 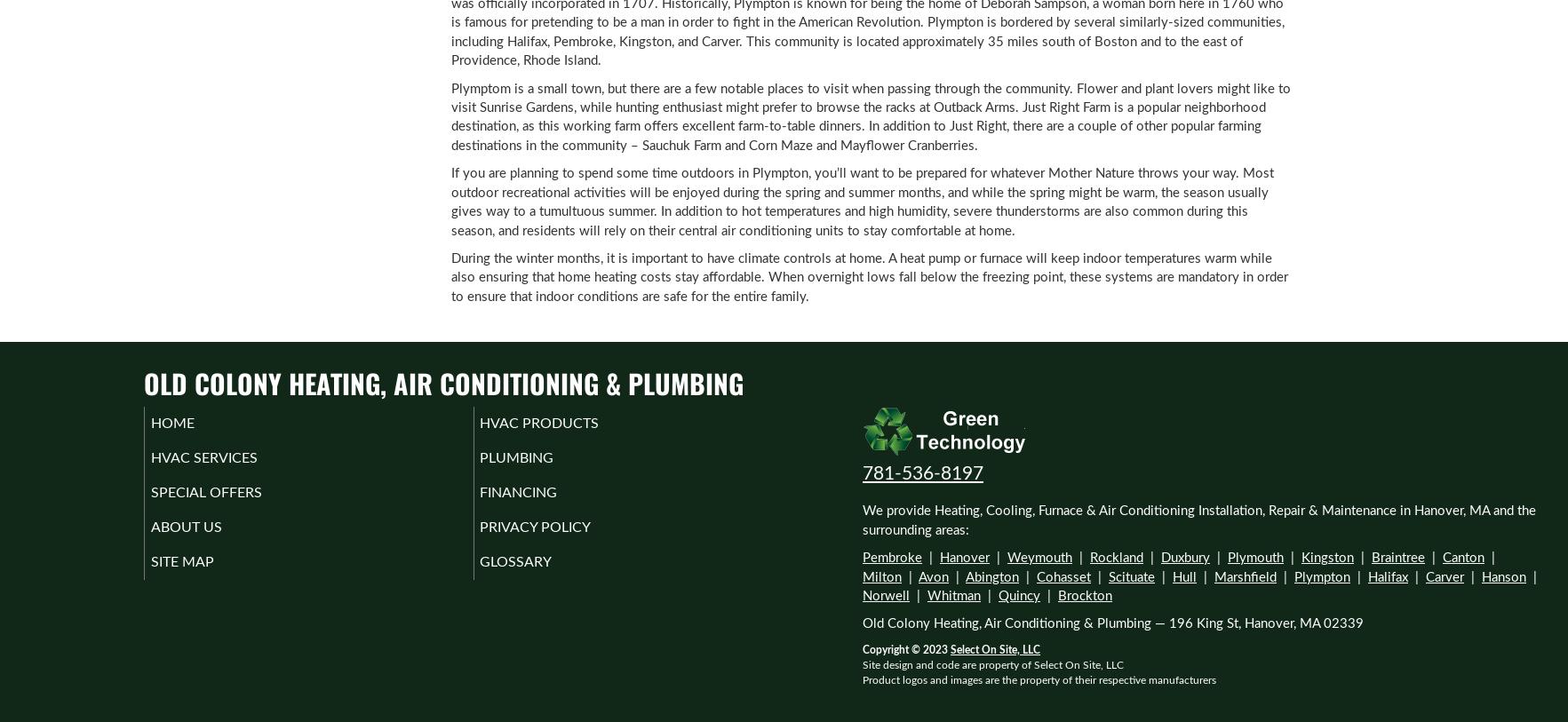 What do you see at coordinates (918, 576) in the screenshot?
I see `'Avon'` at bounding box center [918, 576].